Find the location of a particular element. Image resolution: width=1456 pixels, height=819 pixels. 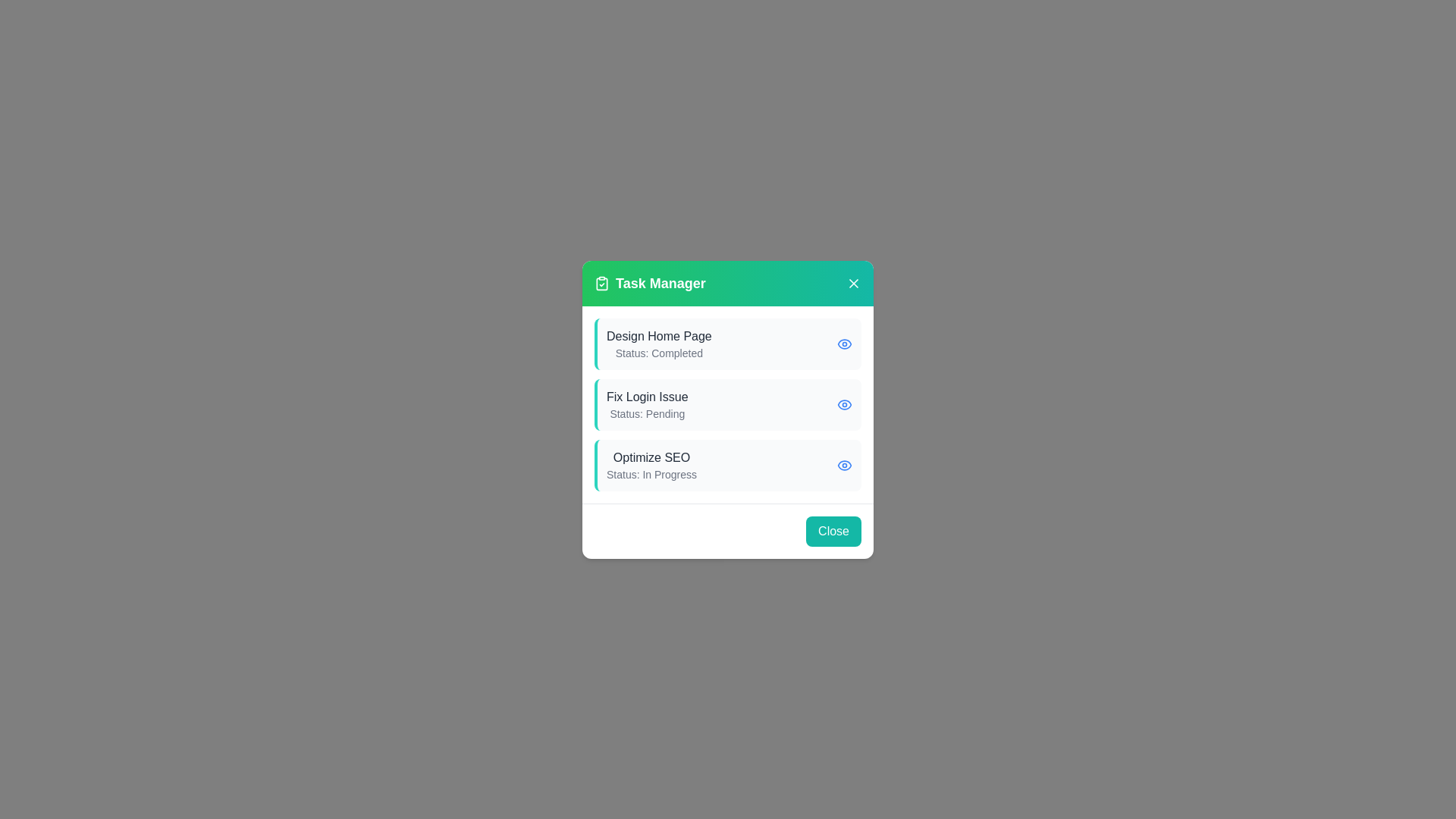

the informational text label indicating the status of the task 'Fix Login Issue', which is currently marked as 'Pending' is located at coordinates (647, 413).